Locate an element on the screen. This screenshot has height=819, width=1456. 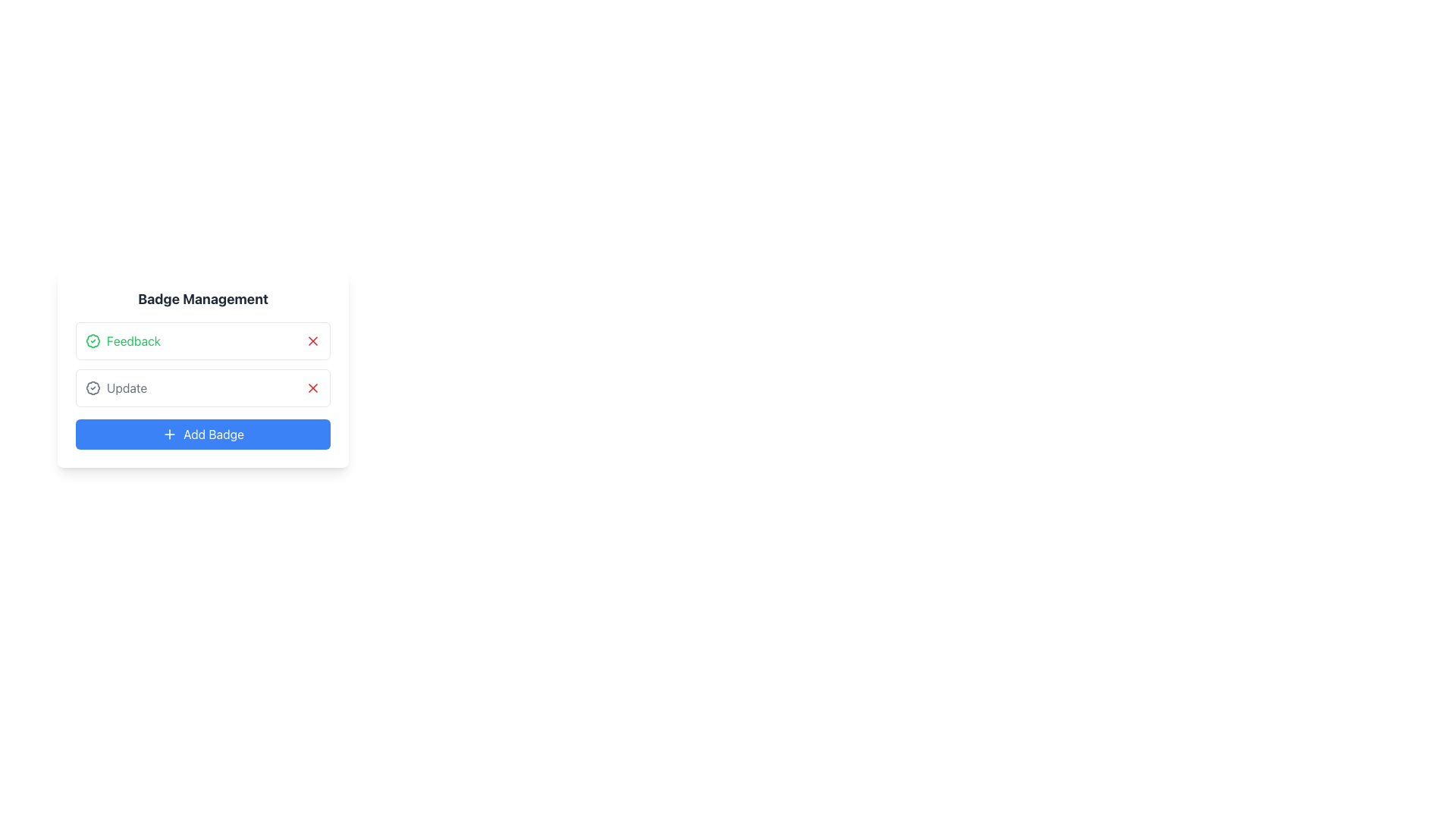
the circular icon with a scalloped edge pattern located in the 'Feedback' section of the Badge Management interface, which is the leftmost element in the 'Feedback' badge row is located at coordinates (93, 341).